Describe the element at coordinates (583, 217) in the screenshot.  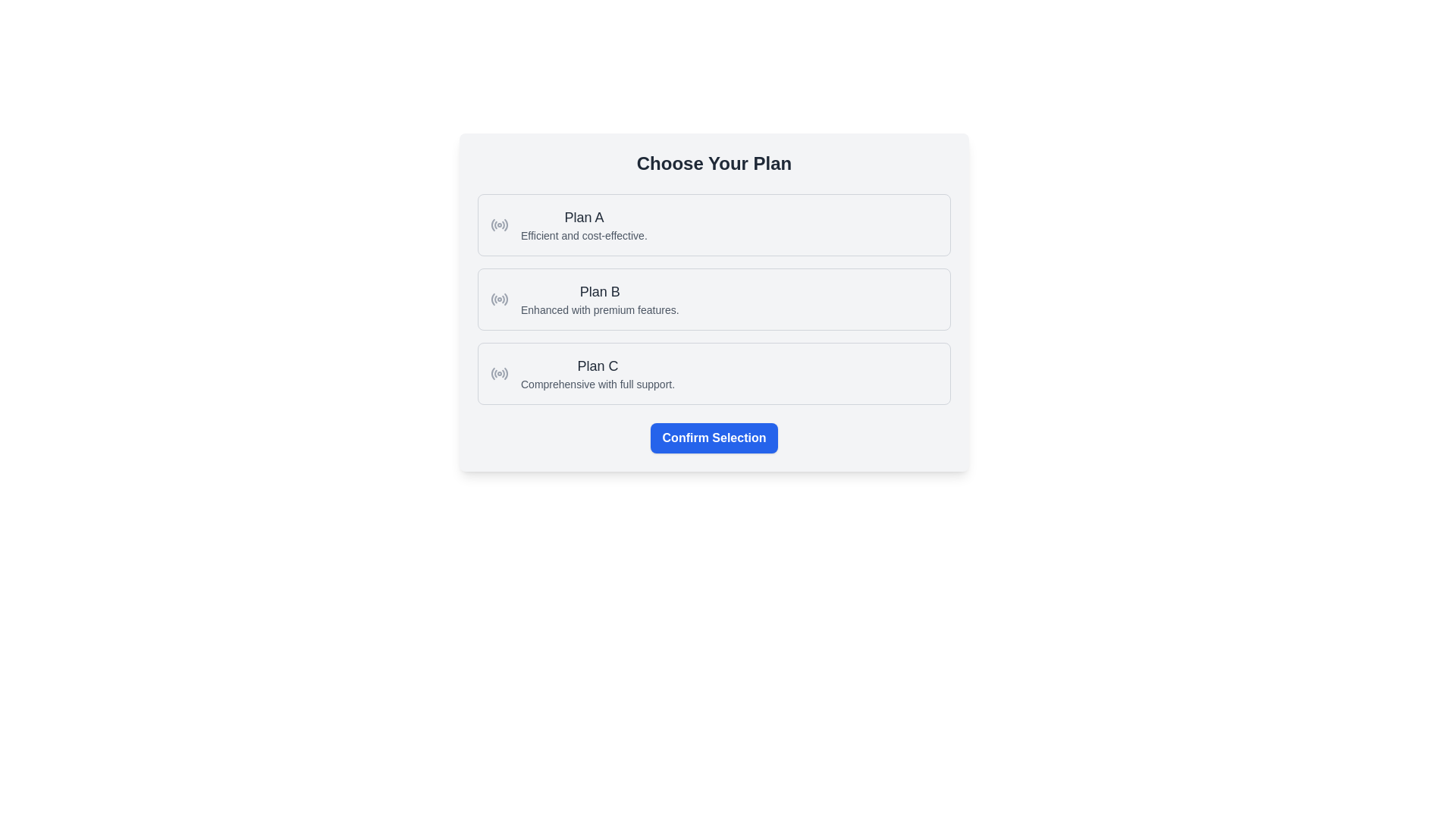
I see `the first text label representing a selectable plan option, which is located near the top left of the options section` at that location.